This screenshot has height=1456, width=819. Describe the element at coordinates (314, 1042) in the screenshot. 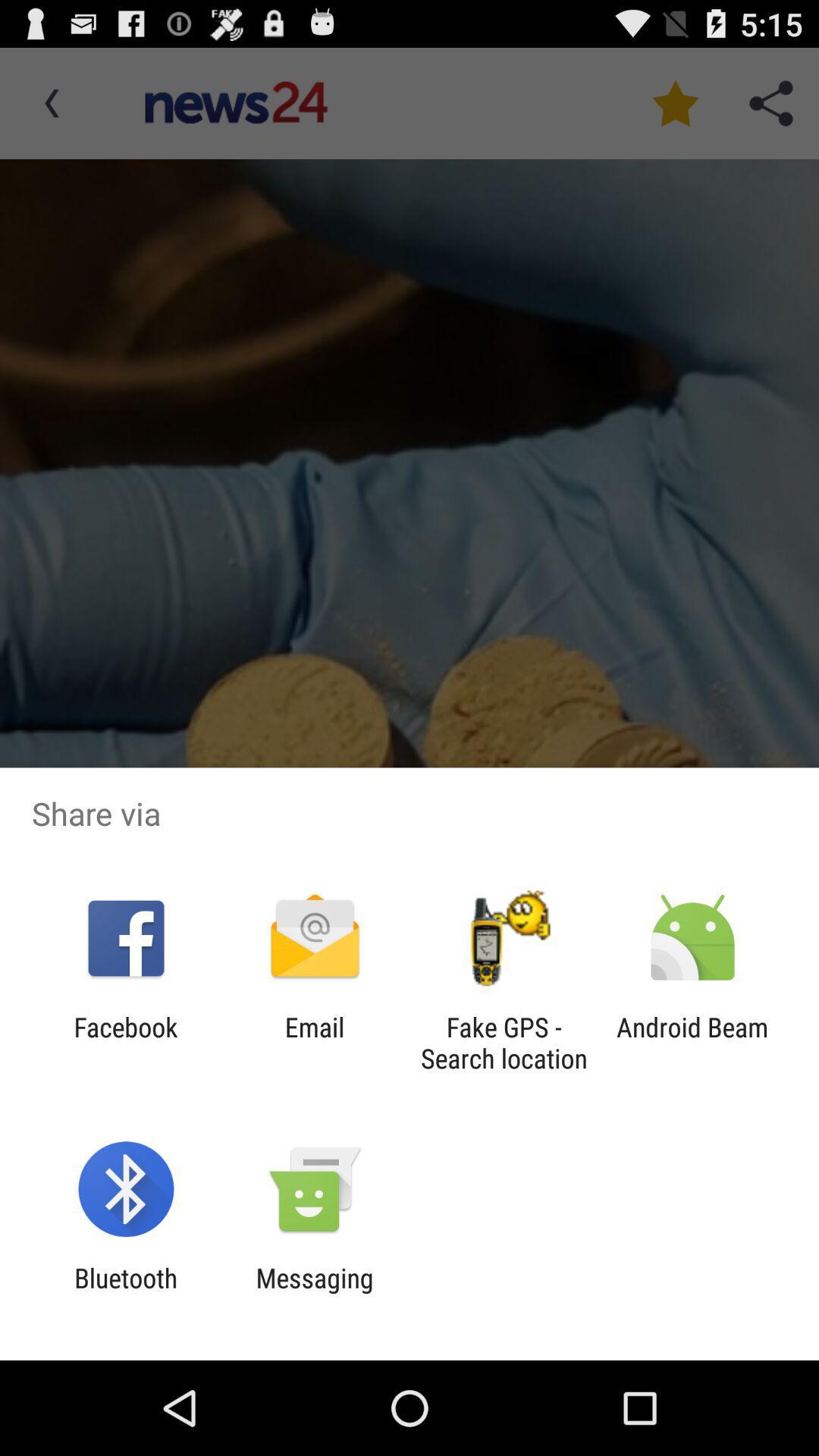

I see `icon to the right of the facebook icon` at that location.